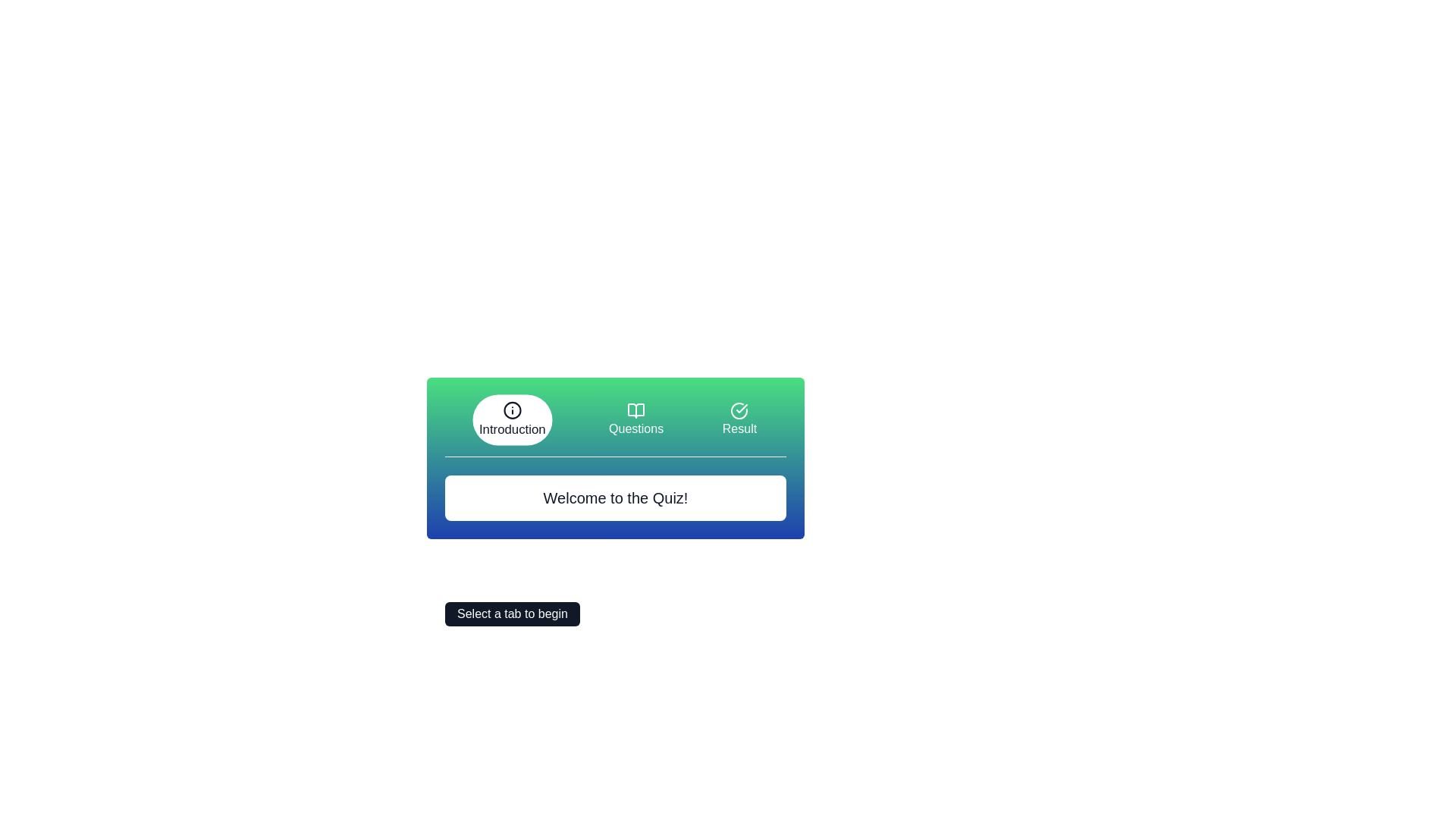 The image size is (1456, 819). Describe the element at coordinates (739, 420) in the screenshot. I see `the Result tab by clicking its icon` at that location.